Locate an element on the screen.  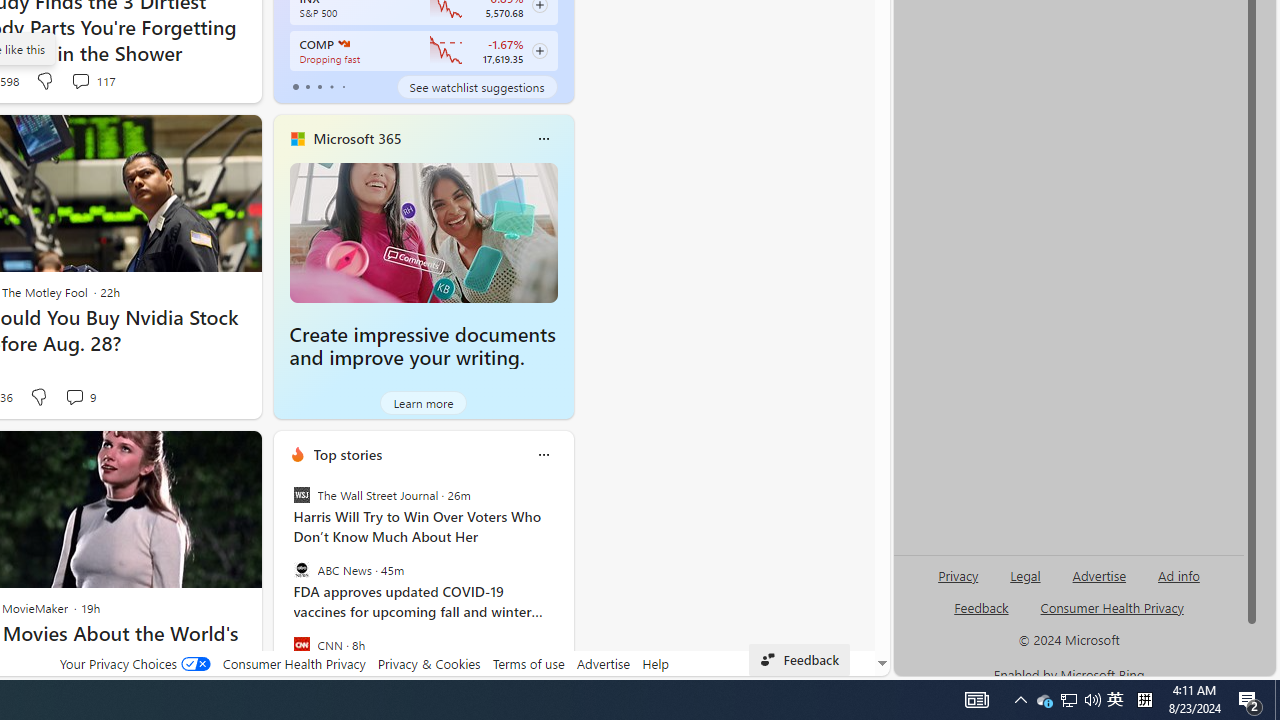
'tab-0' is located at coordinates (294, 86).